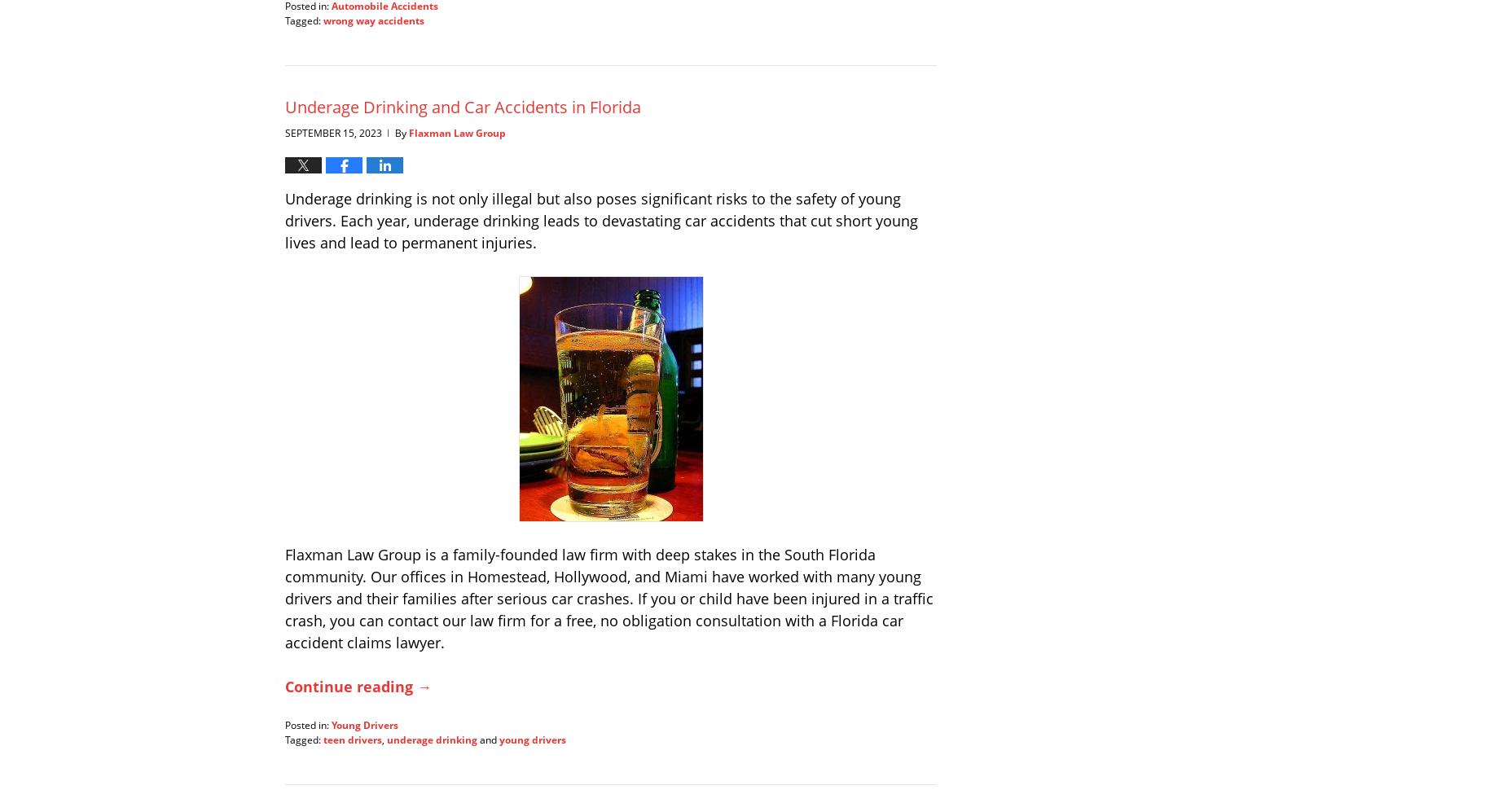  Describe the element at coordinates (384, 739) in the screenshot. I see `','` at that location.